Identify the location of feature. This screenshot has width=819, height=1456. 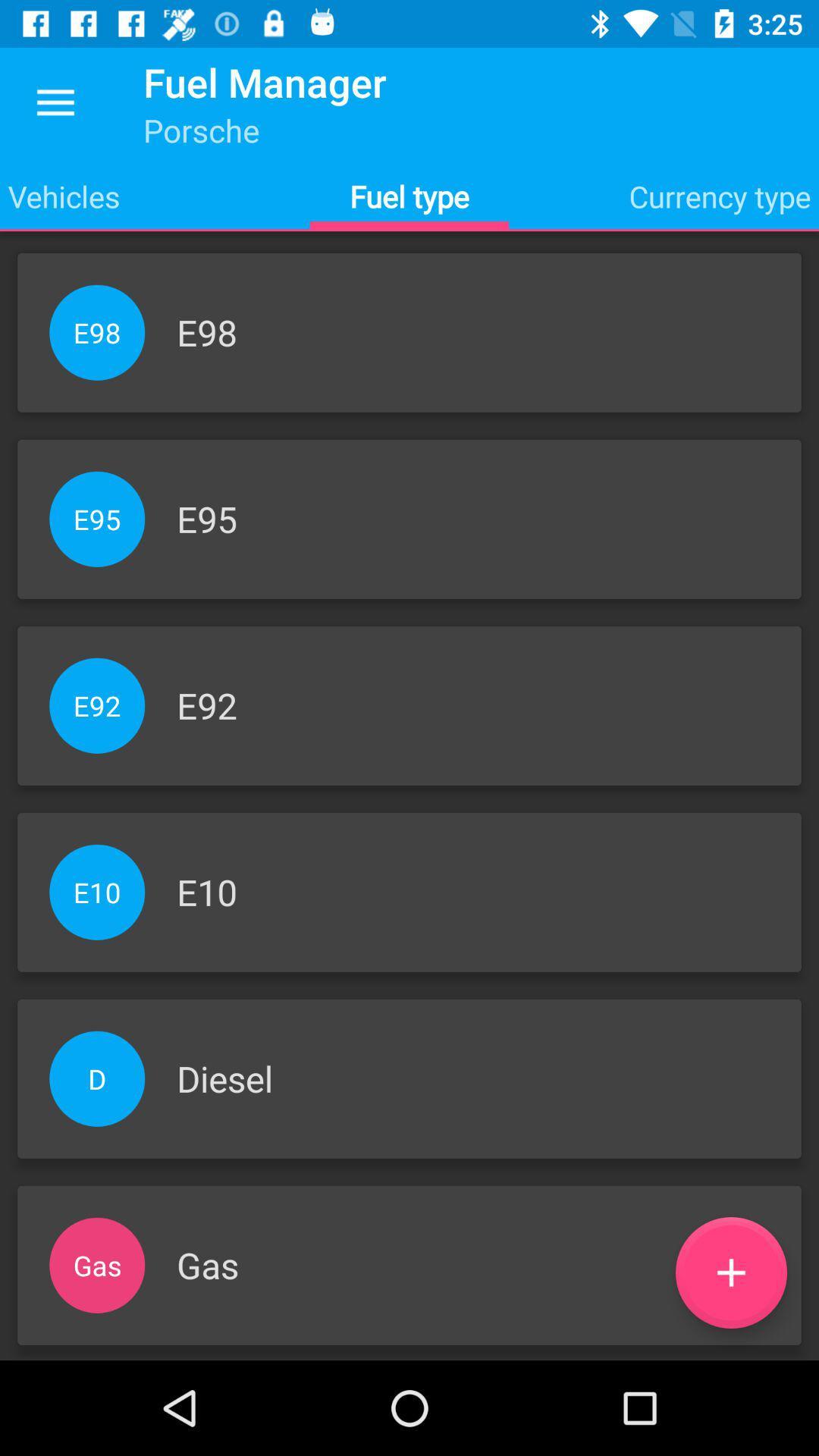
(730, 1272).